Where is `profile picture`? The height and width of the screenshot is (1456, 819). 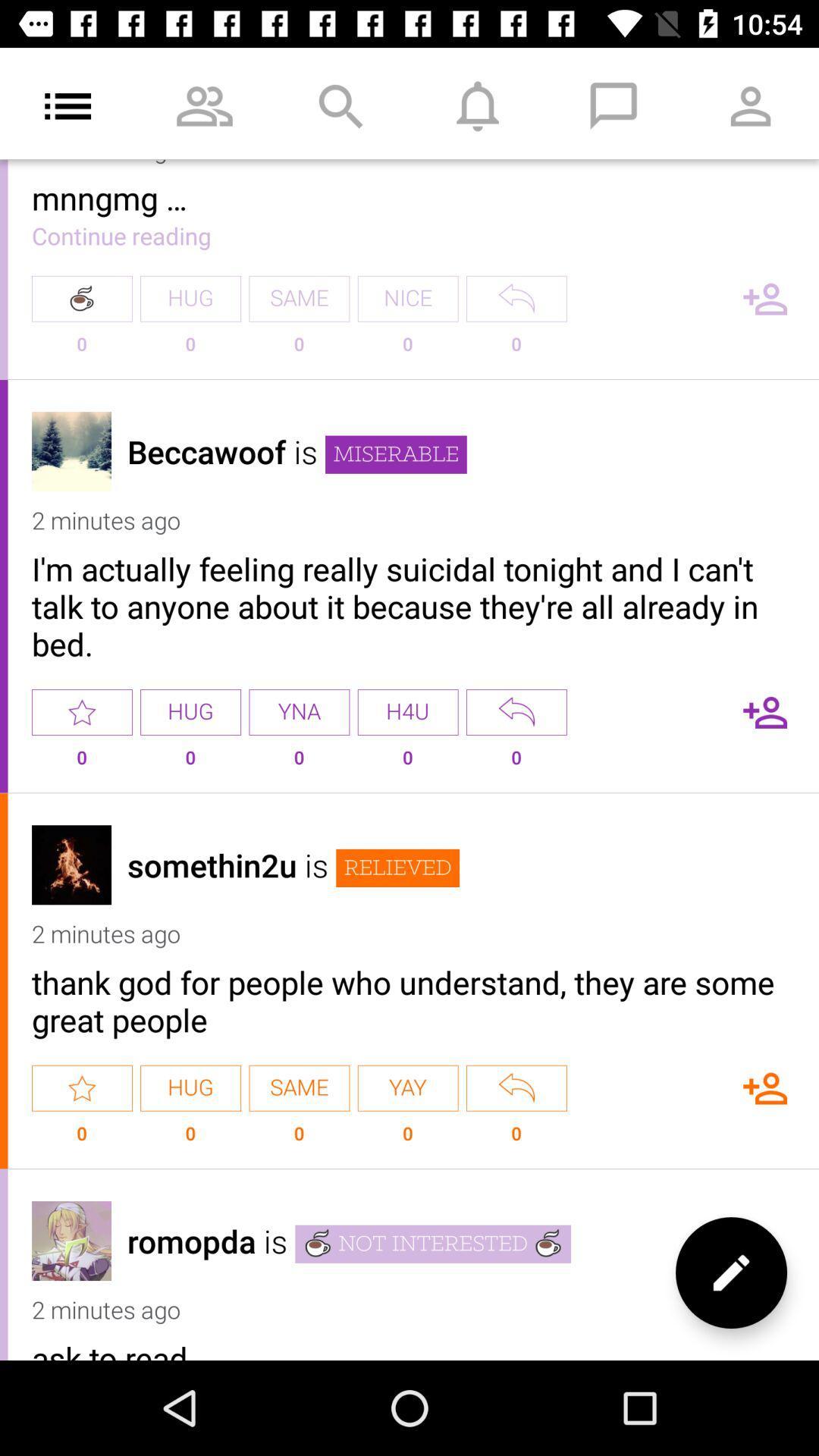
profile picture is located at coordinates (71, 864).